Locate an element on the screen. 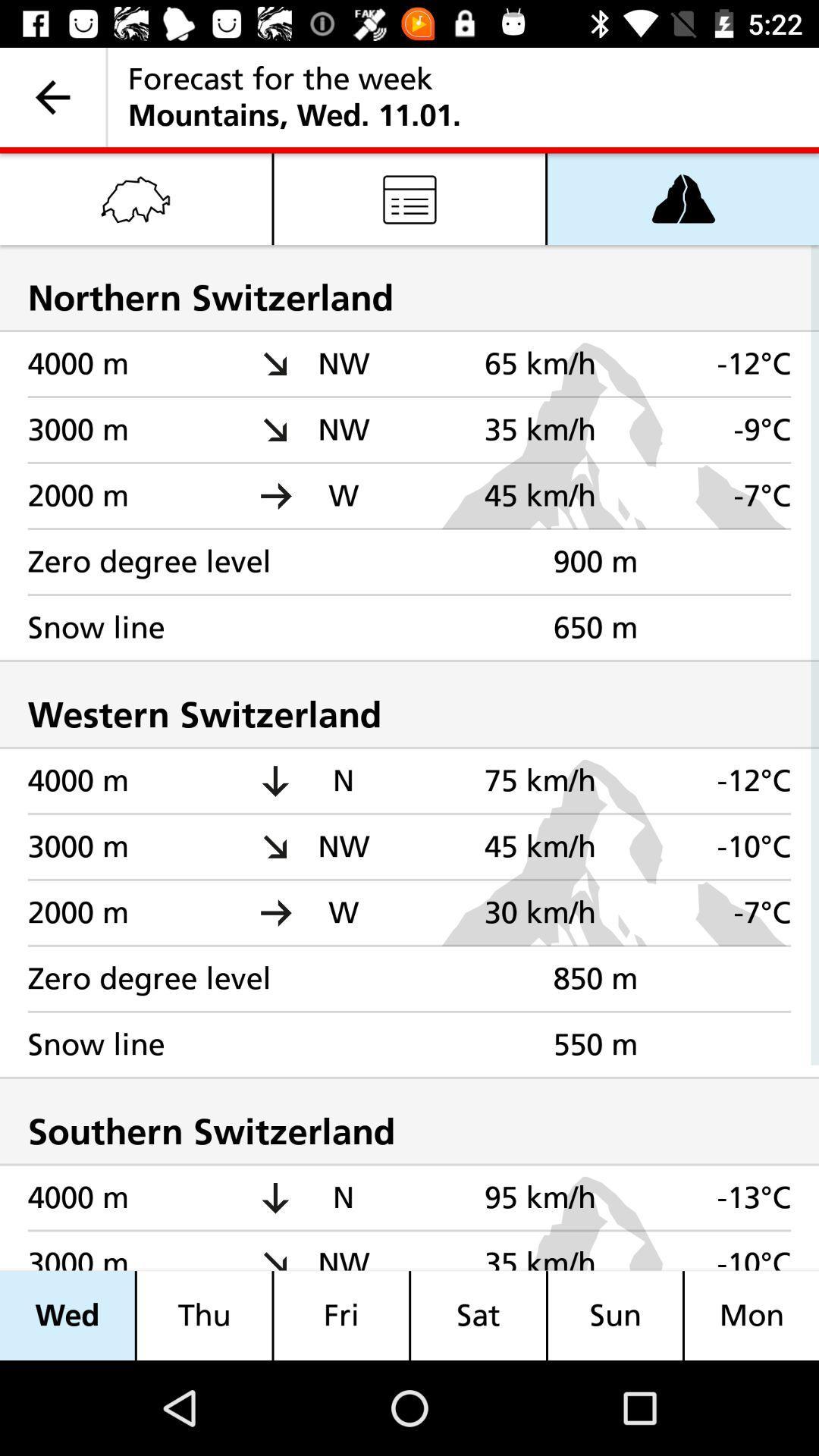 The image size is (819, 1456). the item to the left of sat icon is located at coordinates (341, 1315).